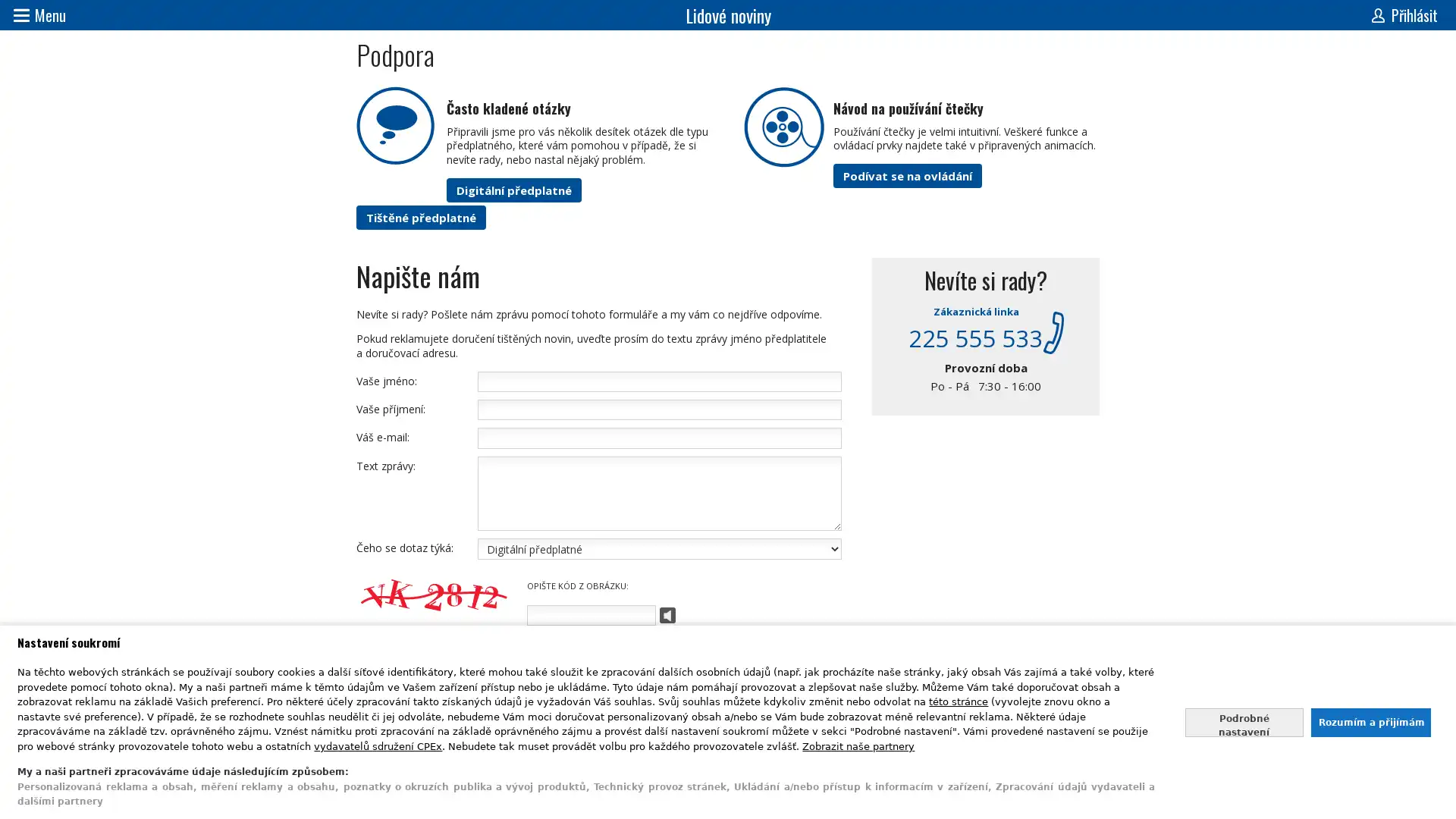 The height and width of the screenshot is (819, 1456). What do you see at coordinates (787, 648) in the screenshot?
I see `Odeslat zpravu` at bounding box center [787, 648].